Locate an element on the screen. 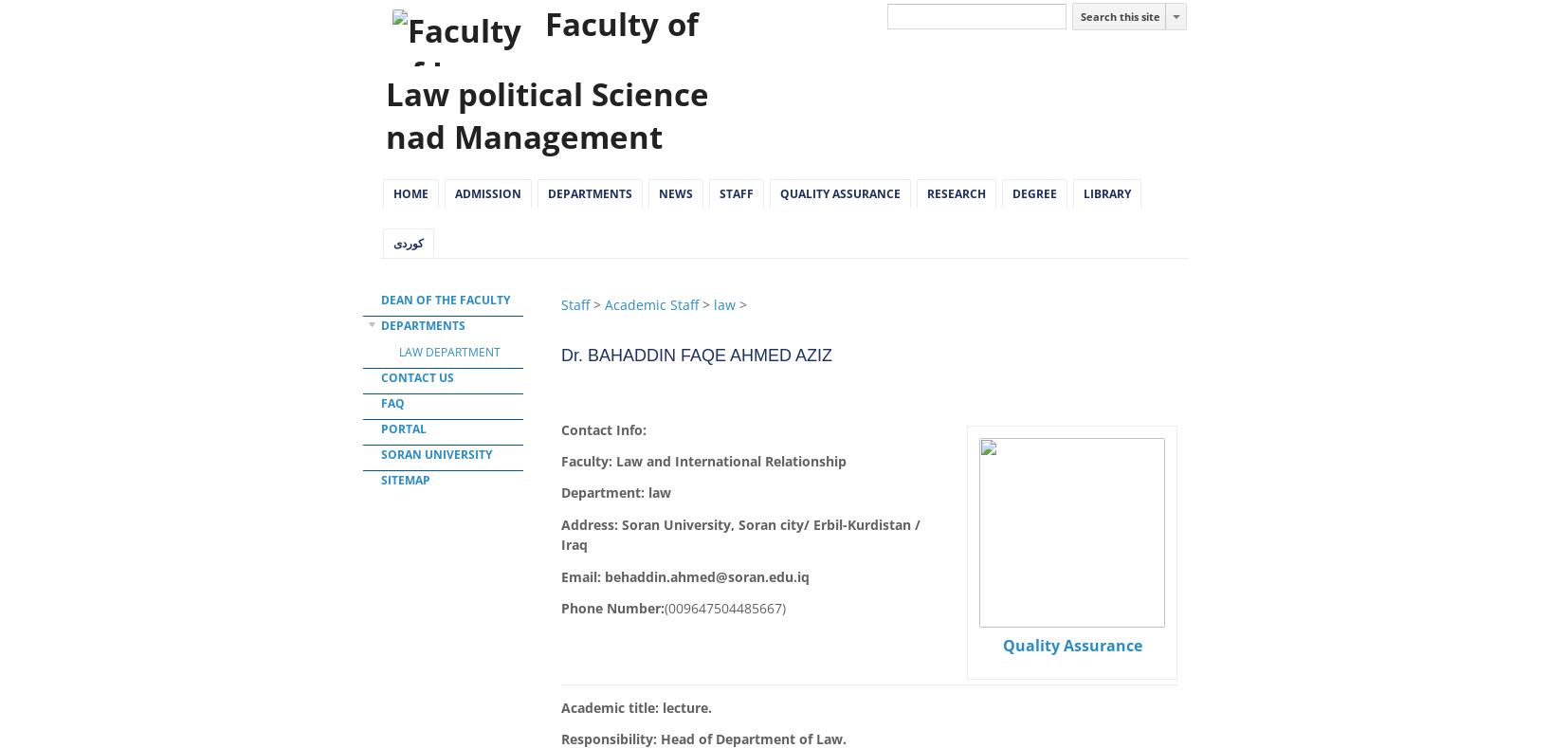 This screenshot has height=748, width=1568. 'Responsibility:
Head of Department of Law.' is located at coordinates (703, 739).